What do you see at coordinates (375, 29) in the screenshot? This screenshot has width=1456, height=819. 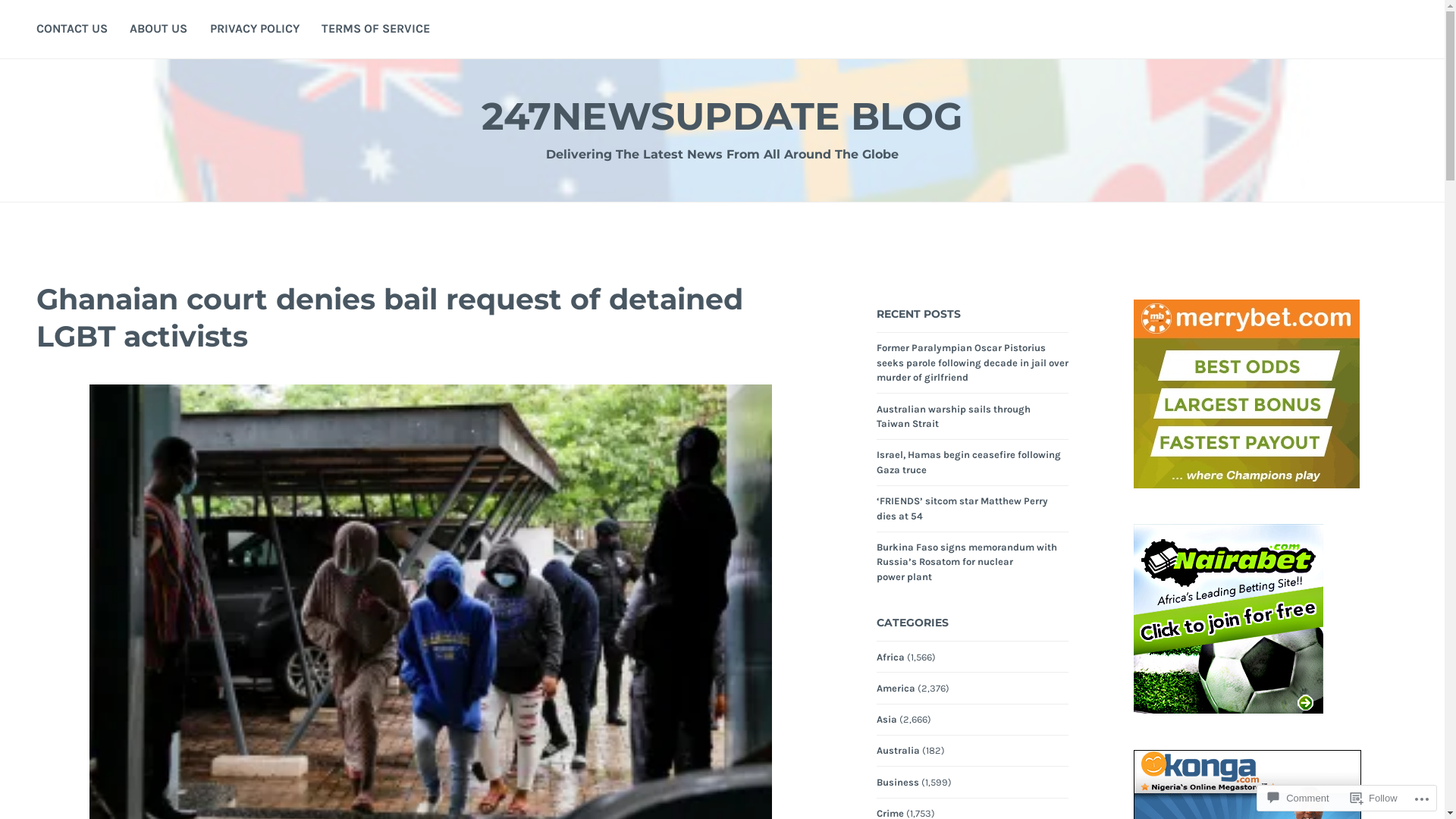 I see `'TERMS OF SERVICE'` at bounding box center [375, 29].